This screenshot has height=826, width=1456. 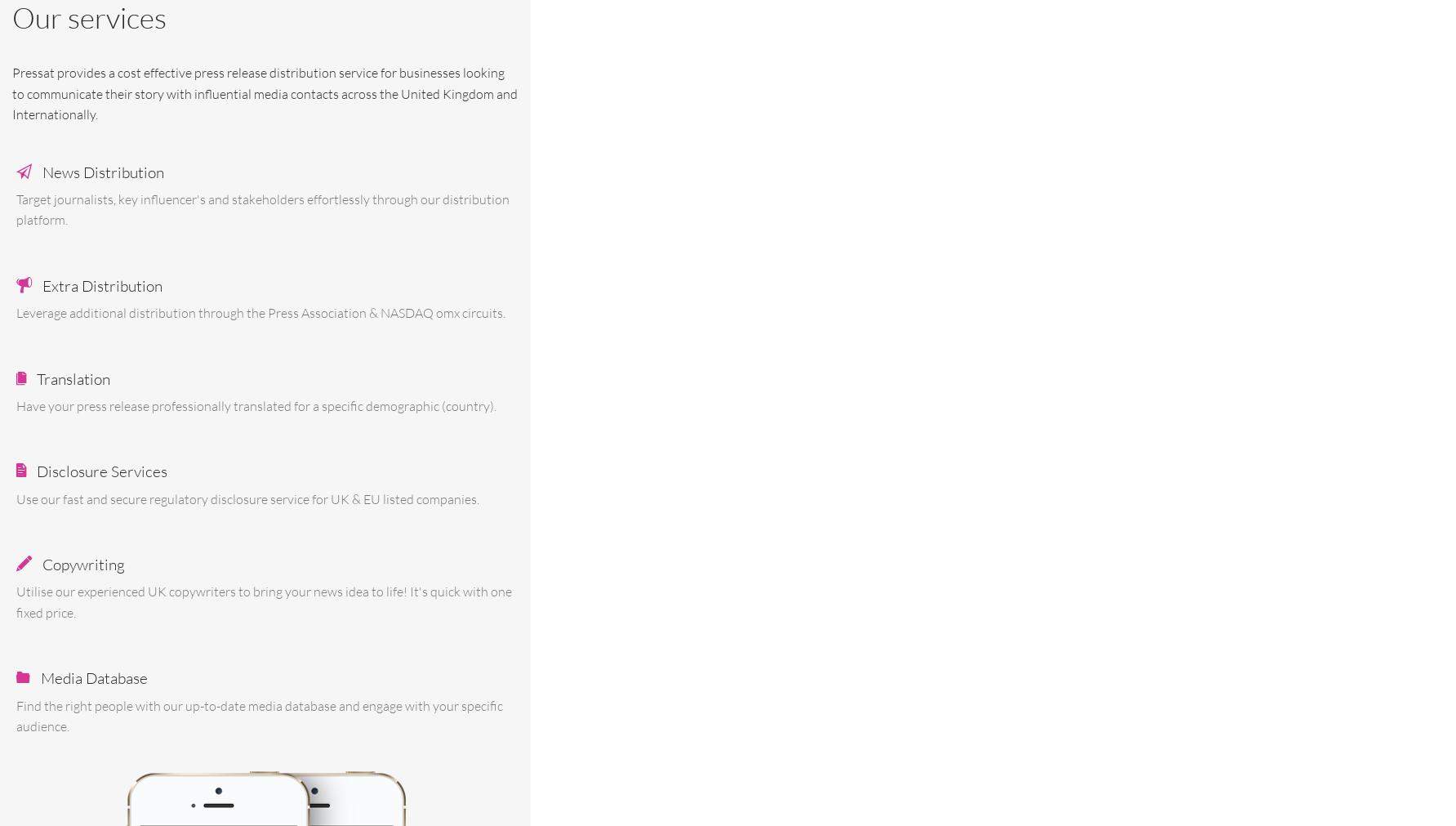 I want to click on 'Extra Distribution', so click(x=101, y=285).